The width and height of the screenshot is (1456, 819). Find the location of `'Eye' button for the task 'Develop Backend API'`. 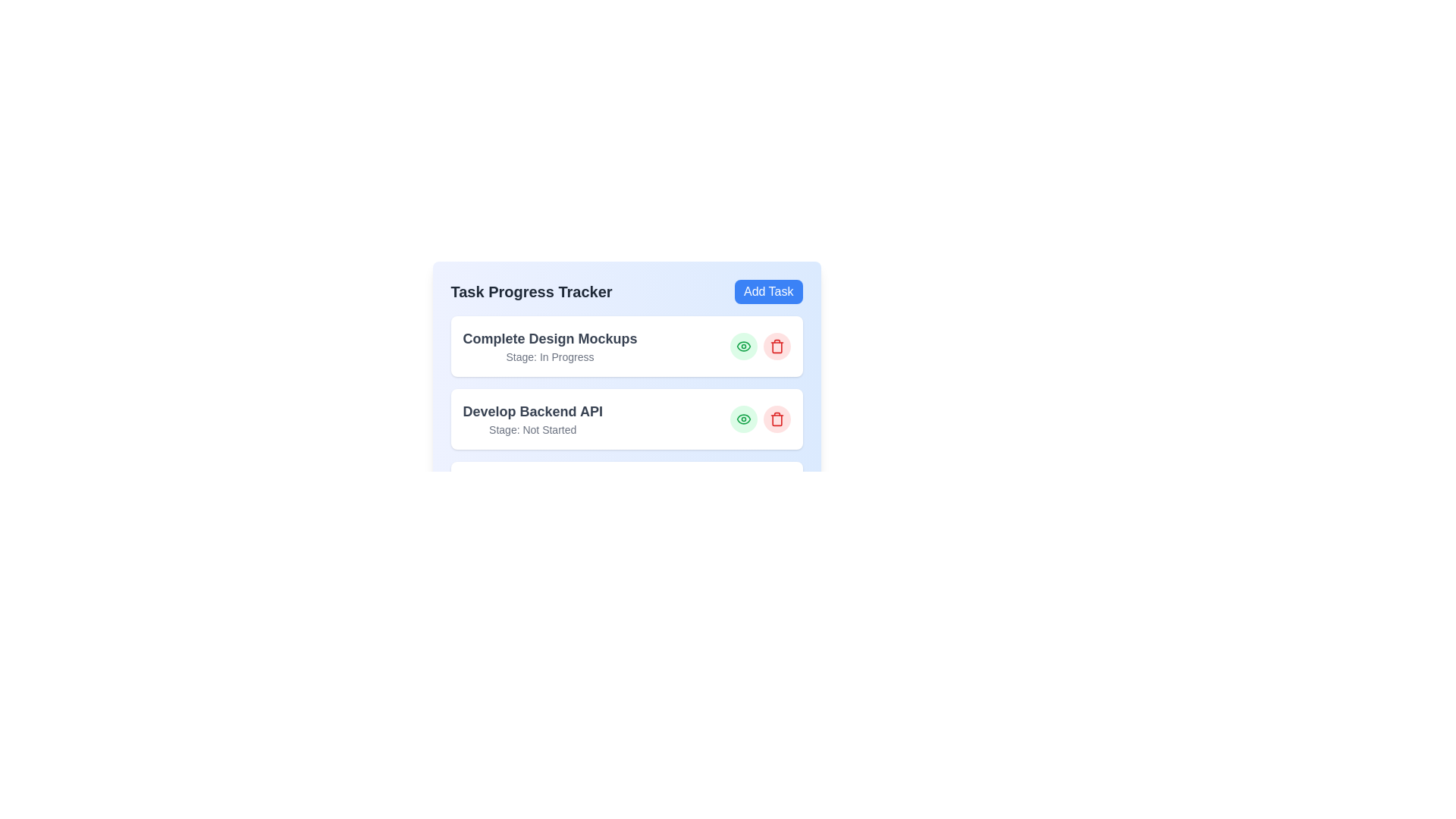

'Eye' button for the task 'Develop Backend API' is located at coordinates (743, 419).